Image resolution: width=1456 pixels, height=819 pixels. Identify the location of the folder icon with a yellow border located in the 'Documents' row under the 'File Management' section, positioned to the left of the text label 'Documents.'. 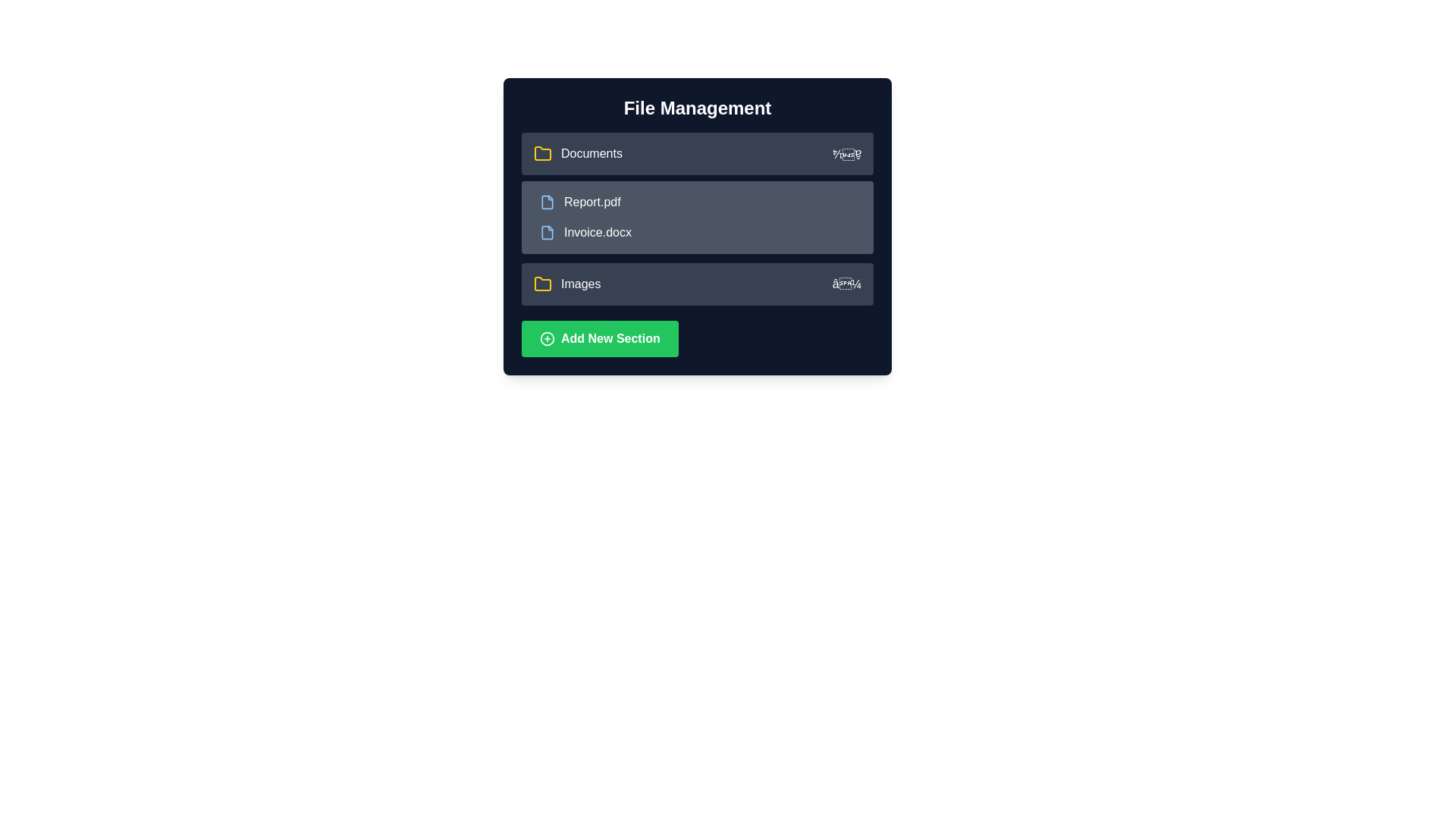
(542, 153).